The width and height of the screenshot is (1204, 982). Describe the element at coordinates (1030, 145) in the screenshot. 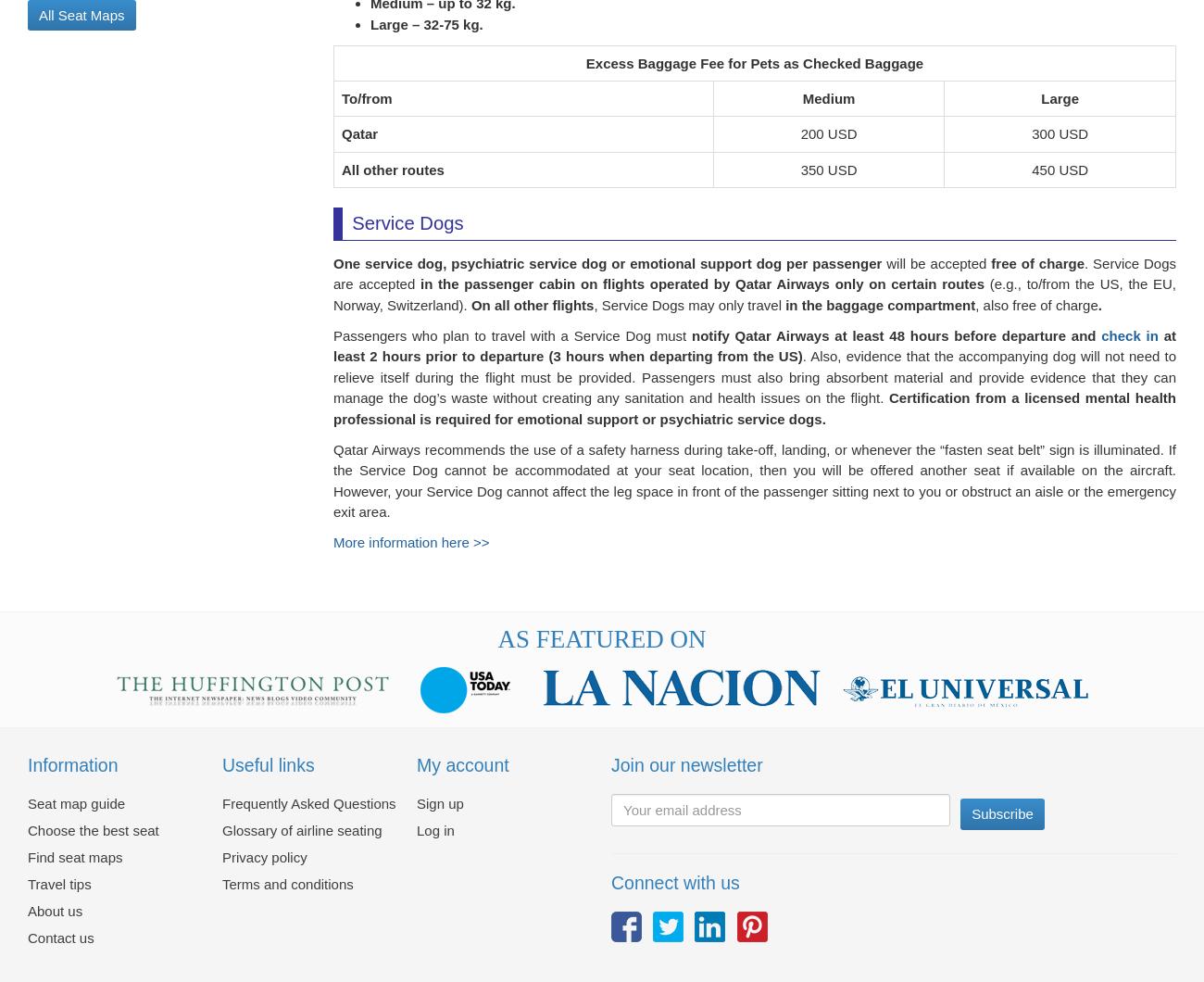

I see `'300 USD'` at that location.